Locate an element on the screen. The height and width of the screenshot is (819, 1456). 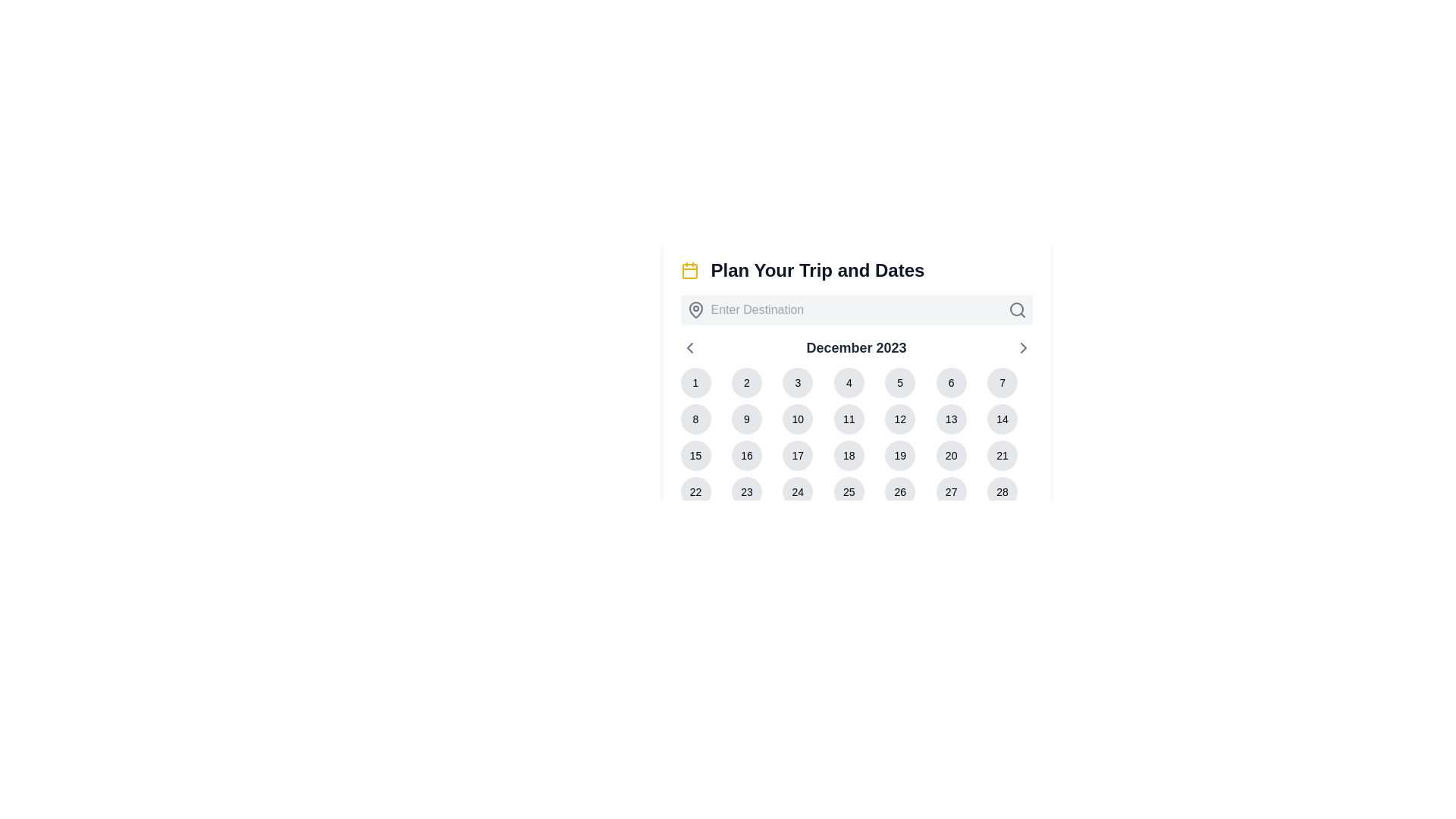
the map pin icon located to the left of the 'Enter Destination' input field to enhance user understanding of location is located at coordinates (695, 309).